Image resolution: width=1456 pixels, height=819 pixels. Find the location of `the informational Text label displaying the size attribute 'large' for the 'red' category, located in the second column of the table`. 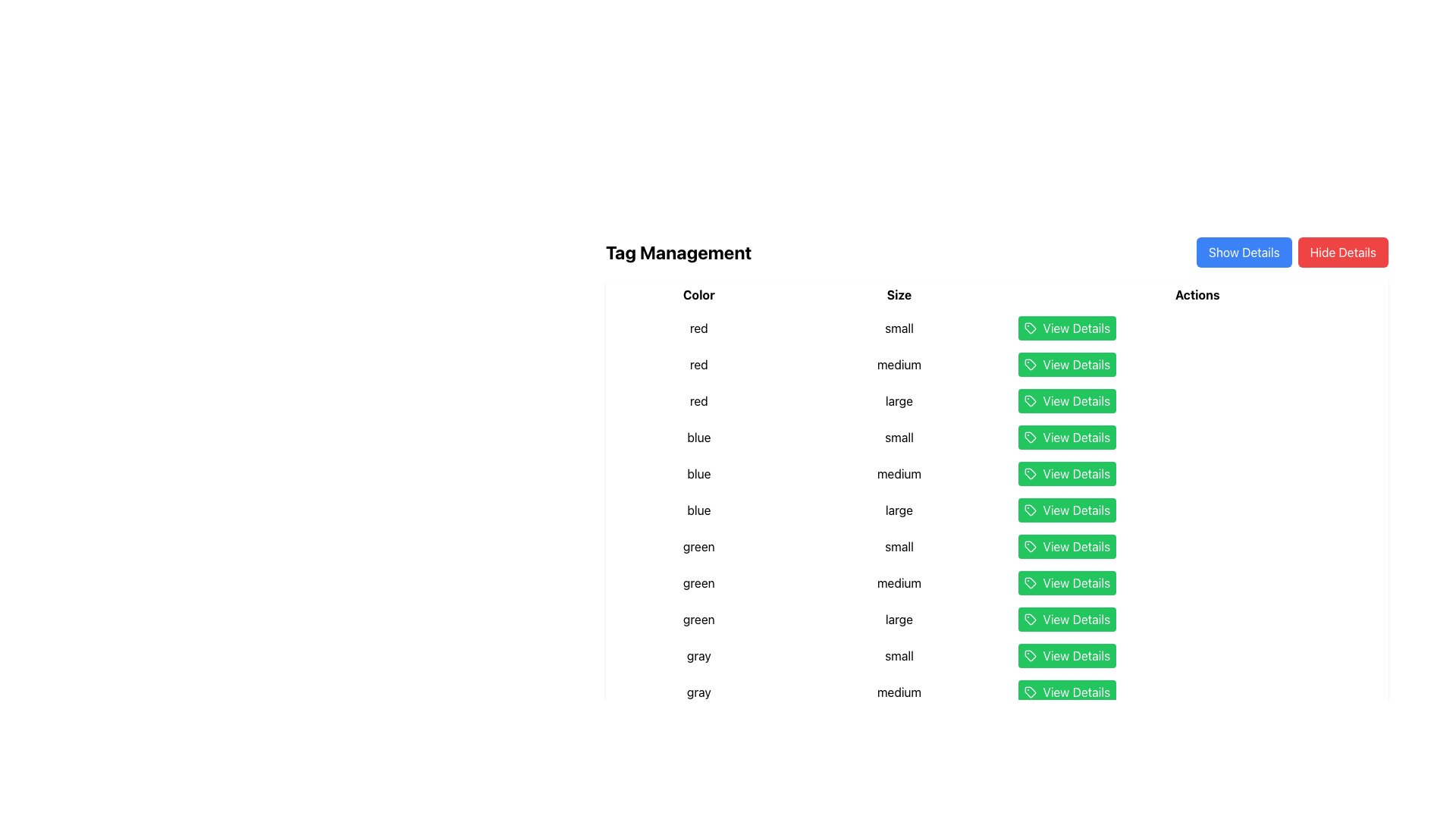

the informational Text label displaying the size attribute 'large' for the 'red' category, located in the second column of the table is located at coordinates (899, 400).